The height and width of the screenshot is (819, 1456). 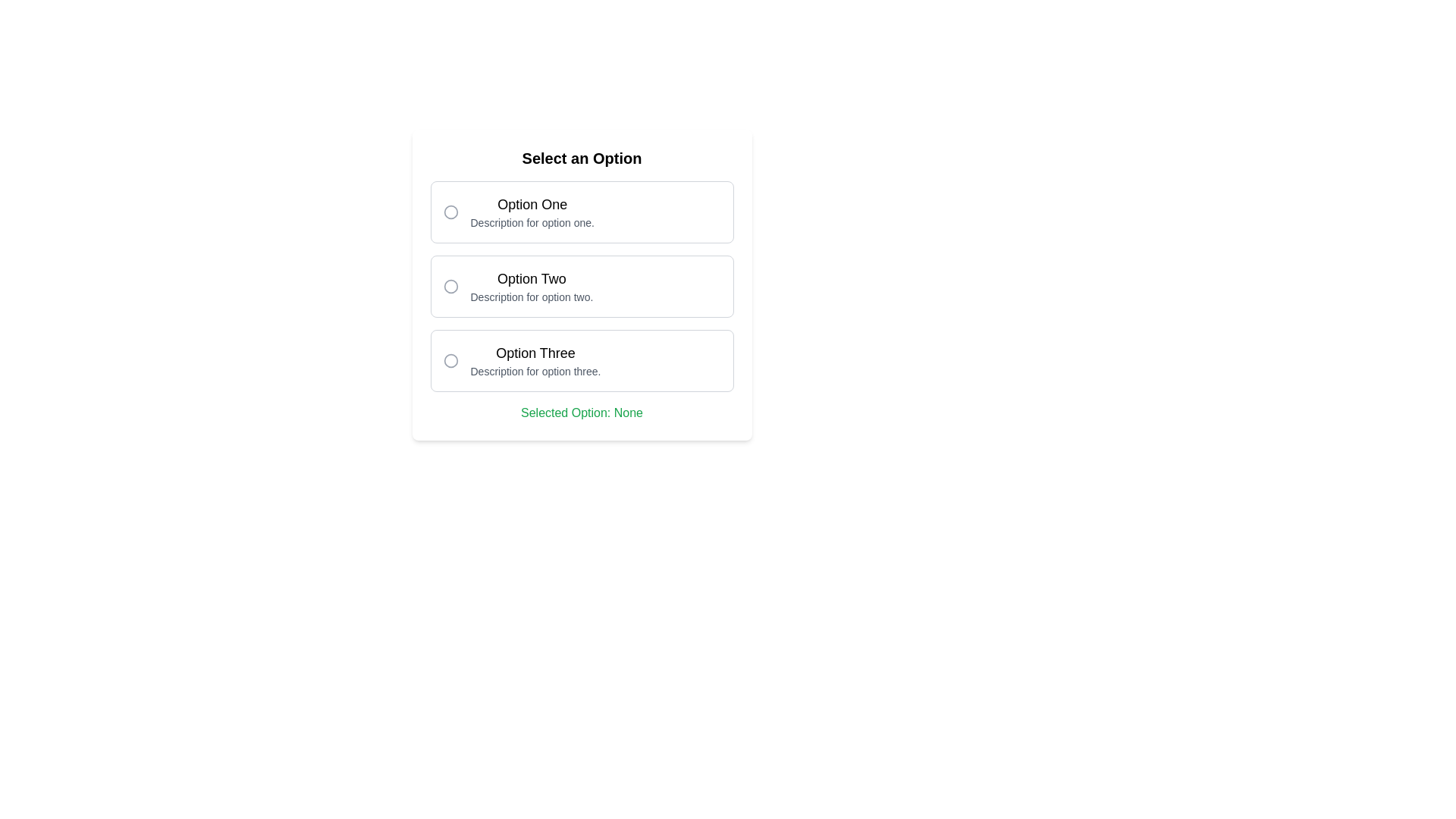 I want to click on the Text Display Section that shows 'Option One' and its description 'Description for option one', located to the right of the circular radio button, so click(x=532, y=212).